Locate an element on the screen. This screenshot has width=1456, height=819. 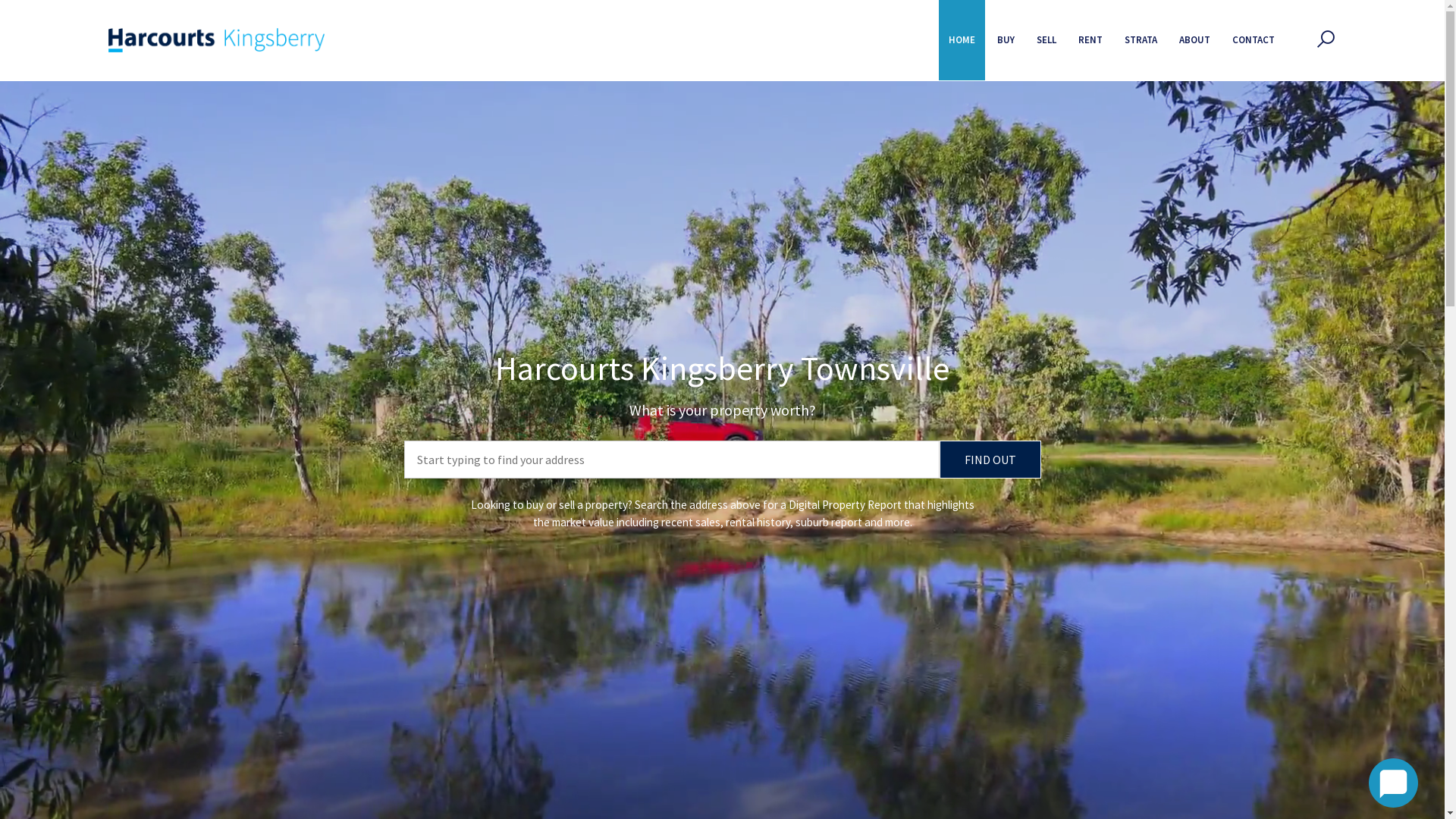
'Search' is located at coordinates (952, 133).